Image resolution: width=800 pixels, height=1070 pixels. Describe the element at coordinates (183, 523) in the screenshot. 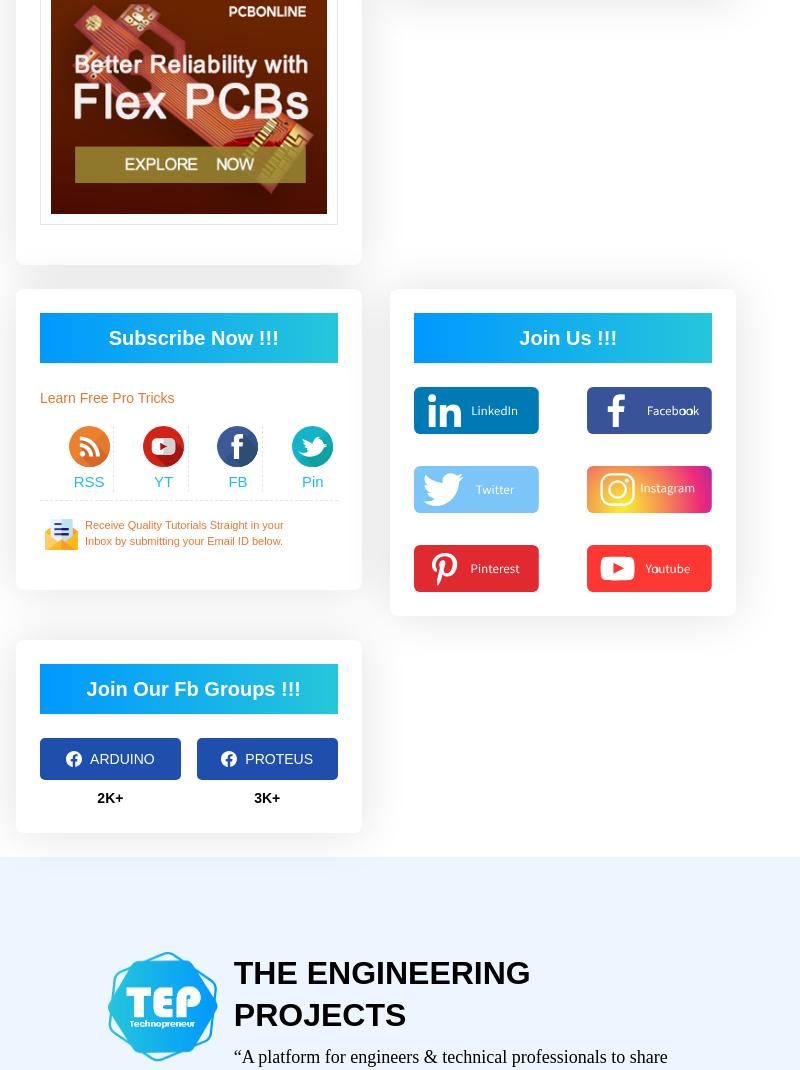

I see `'Receive Quality Tutorials Straight in your'` at that location.